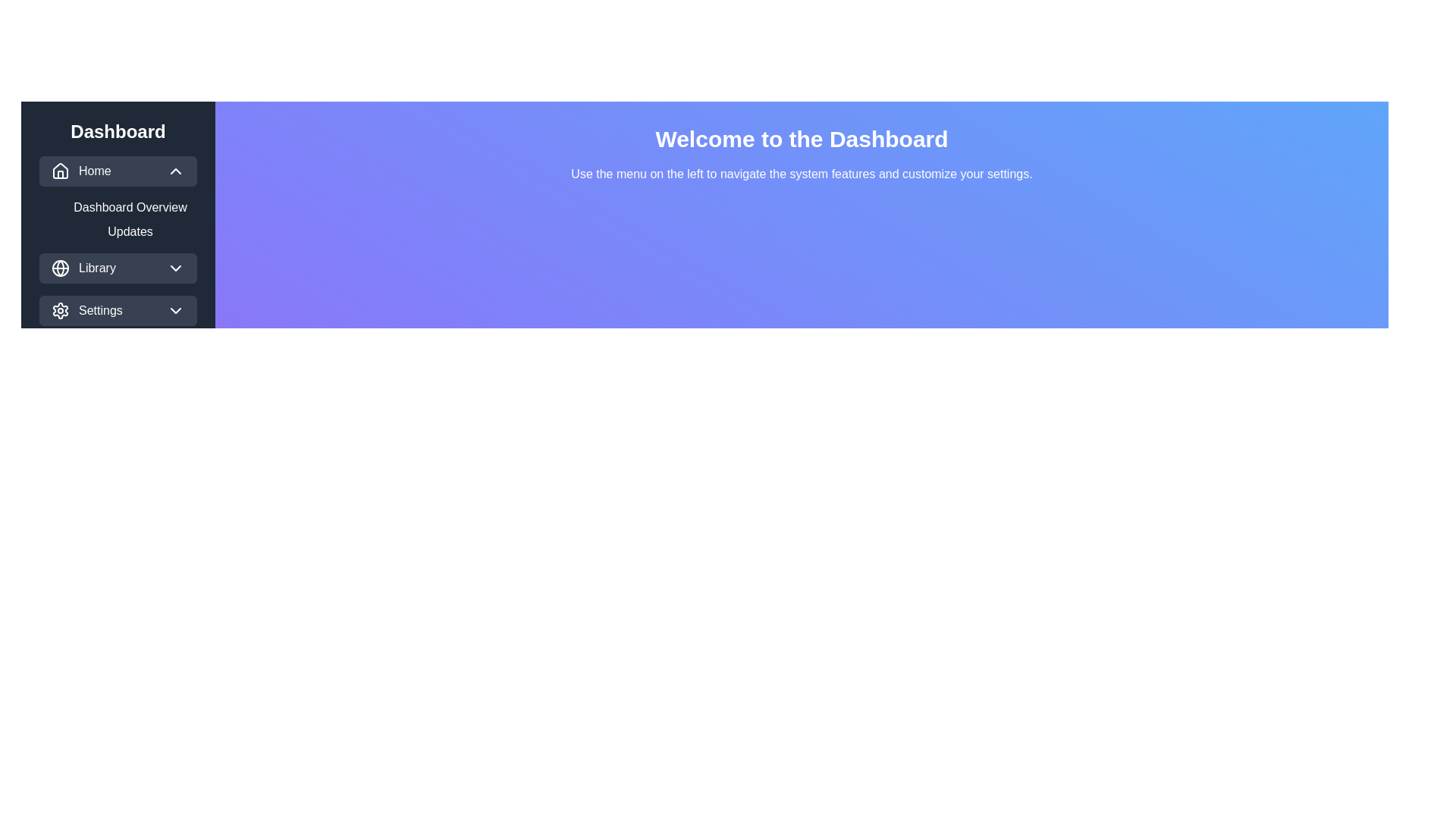 This screenshot has width=1456, height=819. What do you see at coordinates (175, 309) in the screenshot?
I see `the downward-facing chevron icon with a white outline located to the right of the 'Settings' text in the fourth navigation item of the sidebar menu` at bounding box center [175, 309].